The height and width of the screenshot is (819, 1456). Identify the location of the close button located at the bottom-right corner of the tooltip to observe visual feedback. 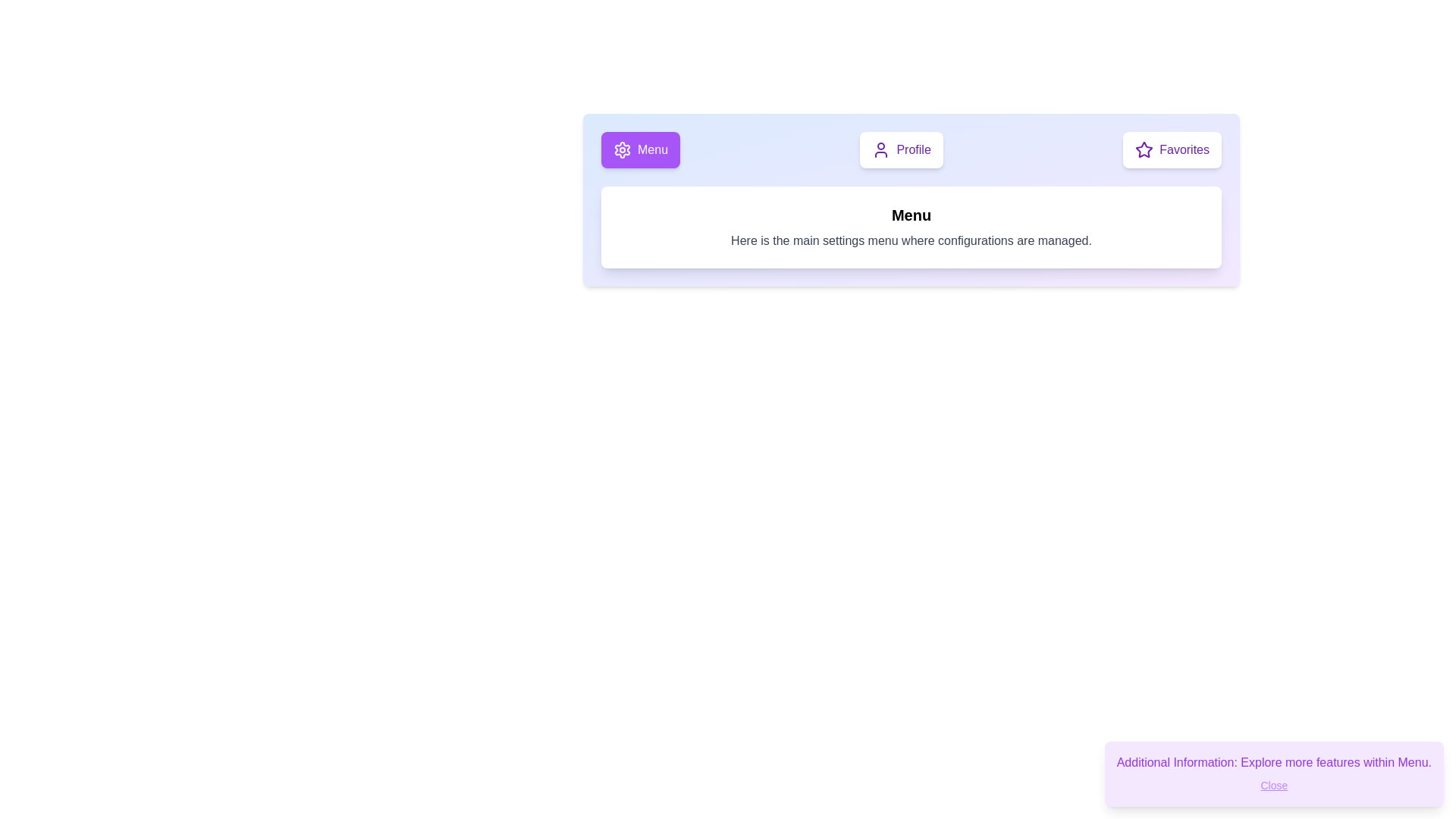
(1274, 785).